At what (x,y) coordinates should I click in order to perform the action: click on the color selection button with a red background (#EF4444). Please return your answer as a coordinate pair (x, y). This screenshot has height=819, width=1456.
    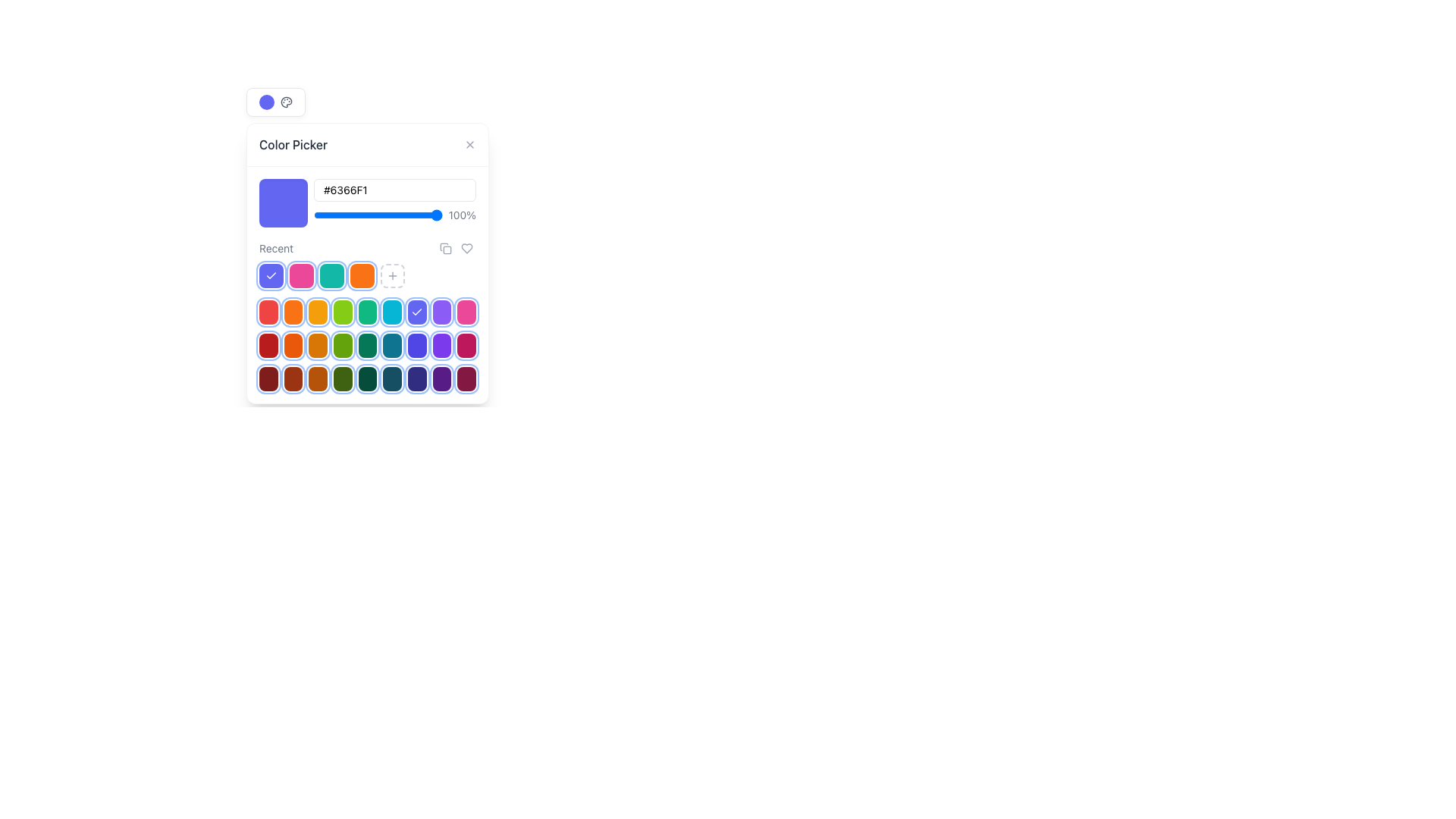
    Looking at the image, I should click on (268, 312).